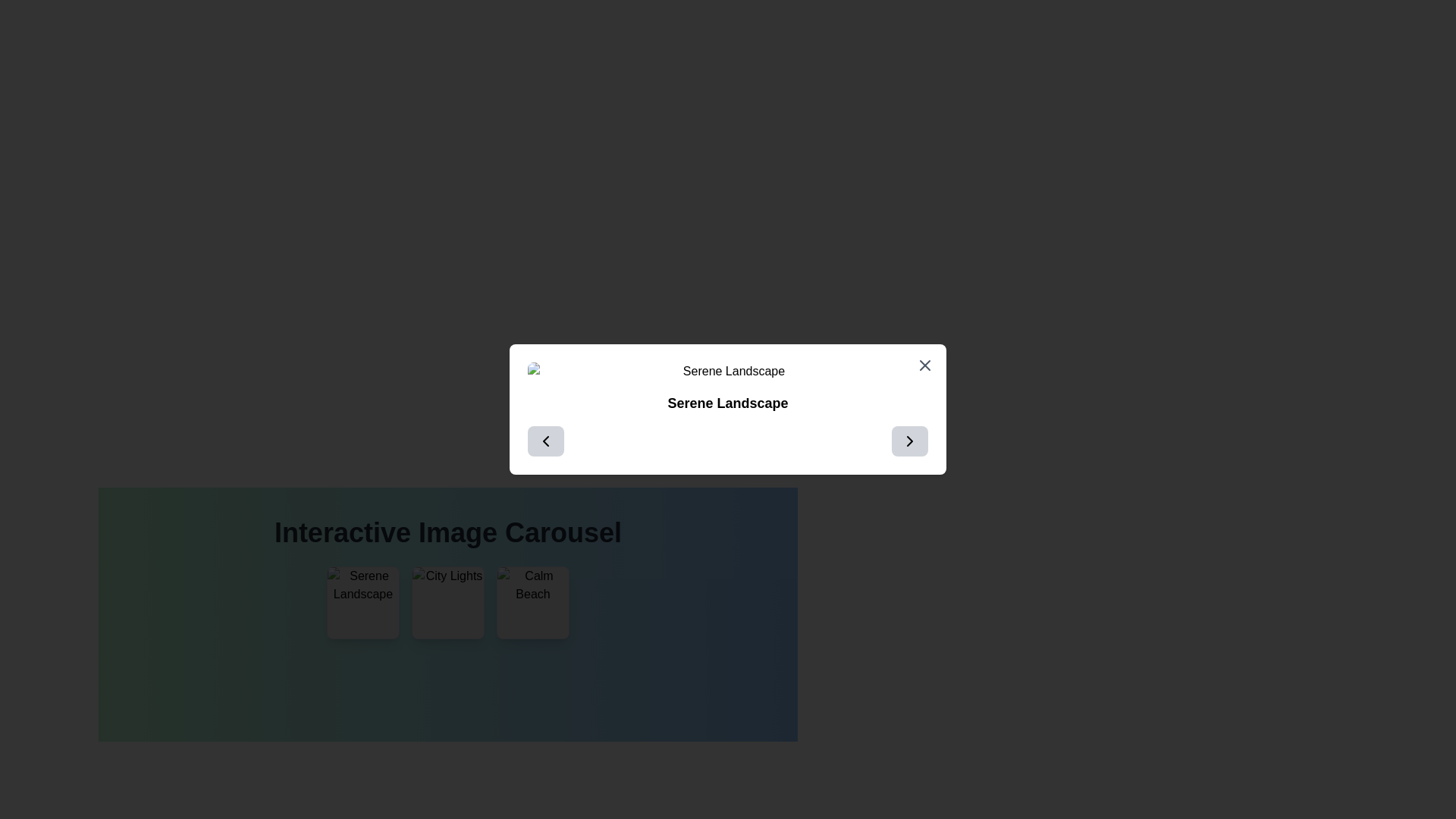  Describe the element at coordinates (532, 601) in the screenshot. I see `the 'Calm Beach' image in the third tile of the image carousel located beneath the 'Interactive Image Carousel' header` at that location.